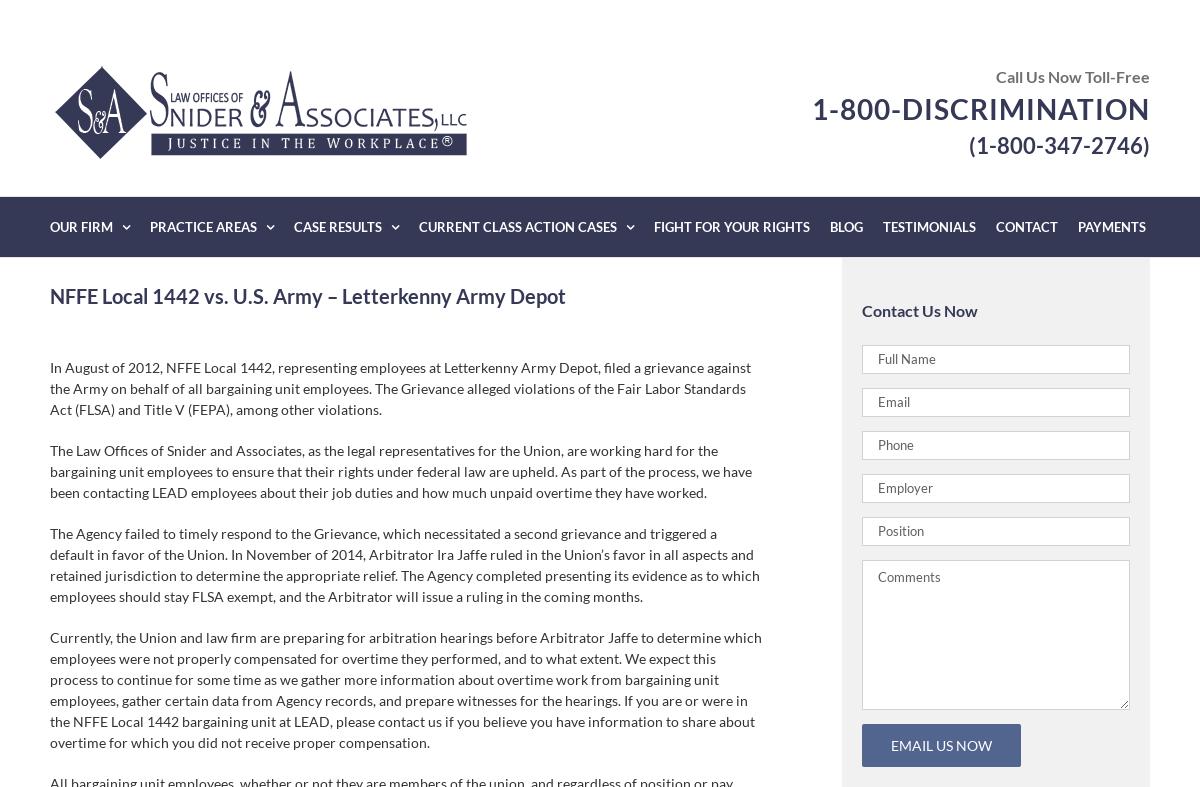 This screenshot has height=787, width=1200. What do you see at coordinates (981, 107) in the screenshot?
I see `'1-800-DISCRIMINATION'` at bounding box center [981, 107].